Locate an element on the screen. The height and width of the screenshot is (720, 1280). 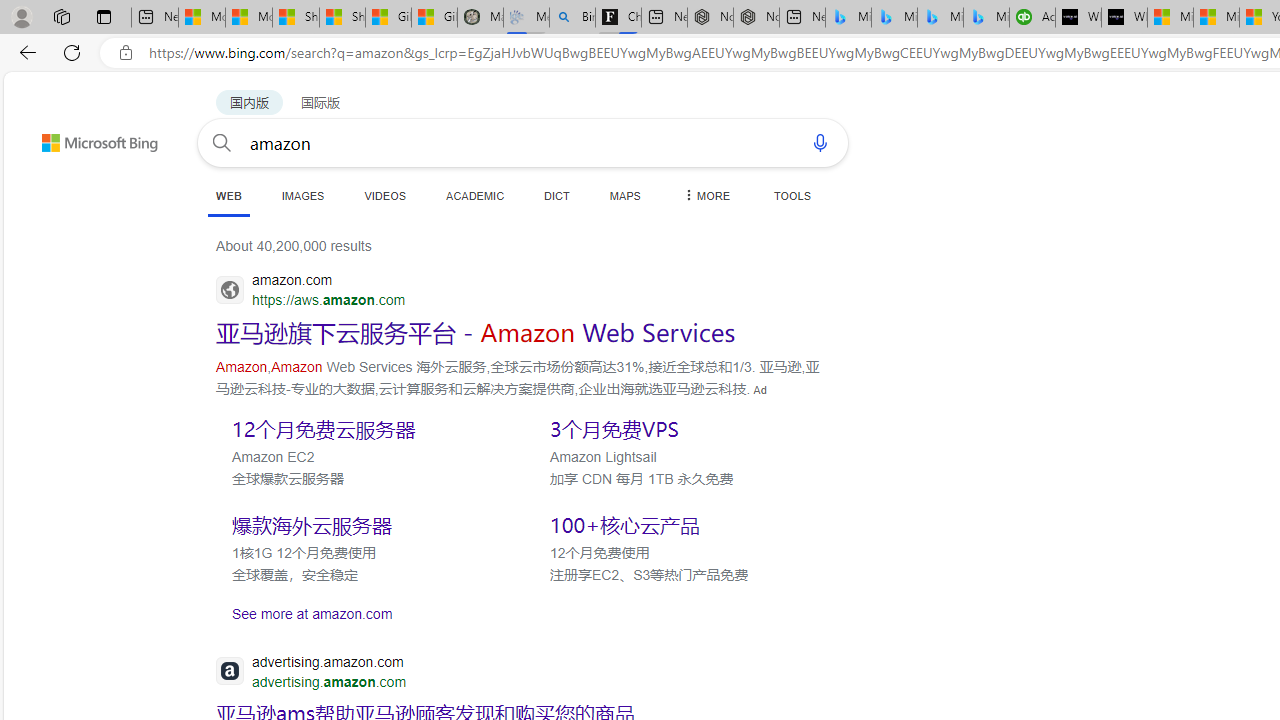
'MAPS' is located at coordinates (624, 195).